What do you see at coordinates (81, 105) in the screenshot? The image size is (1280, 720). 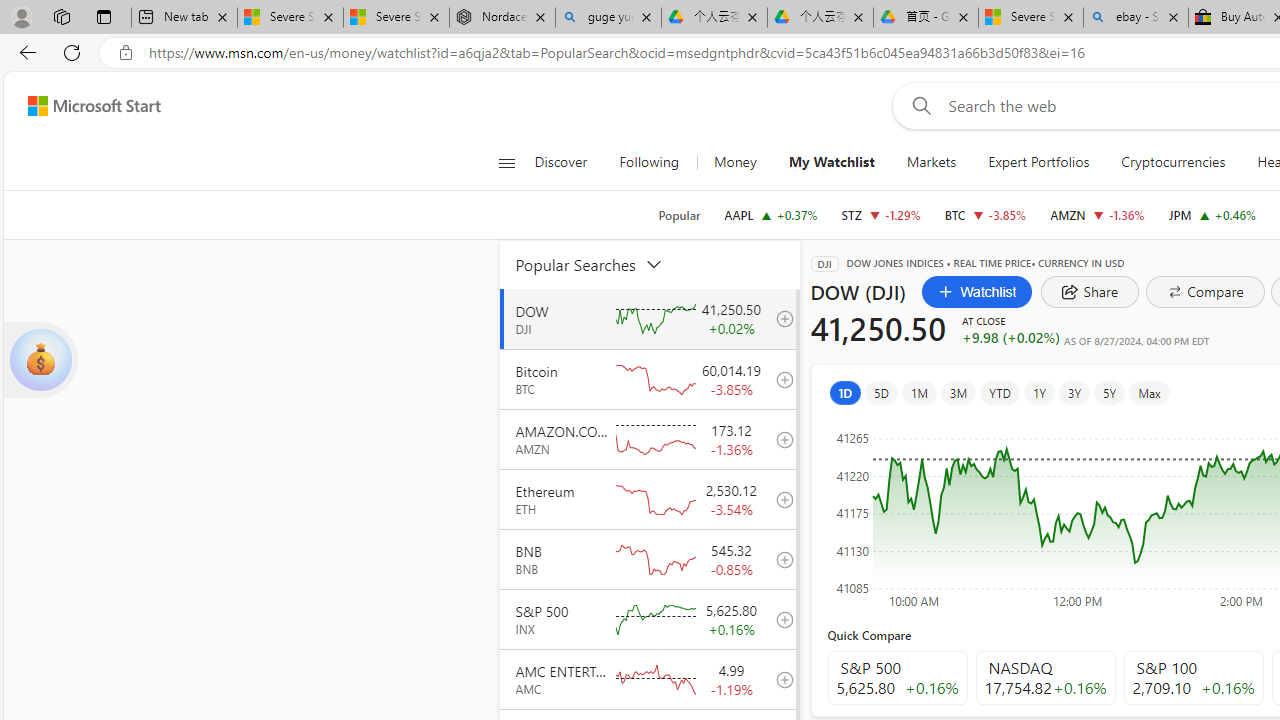 I see `'Skip to footer'` at bounding box center [81, 105].